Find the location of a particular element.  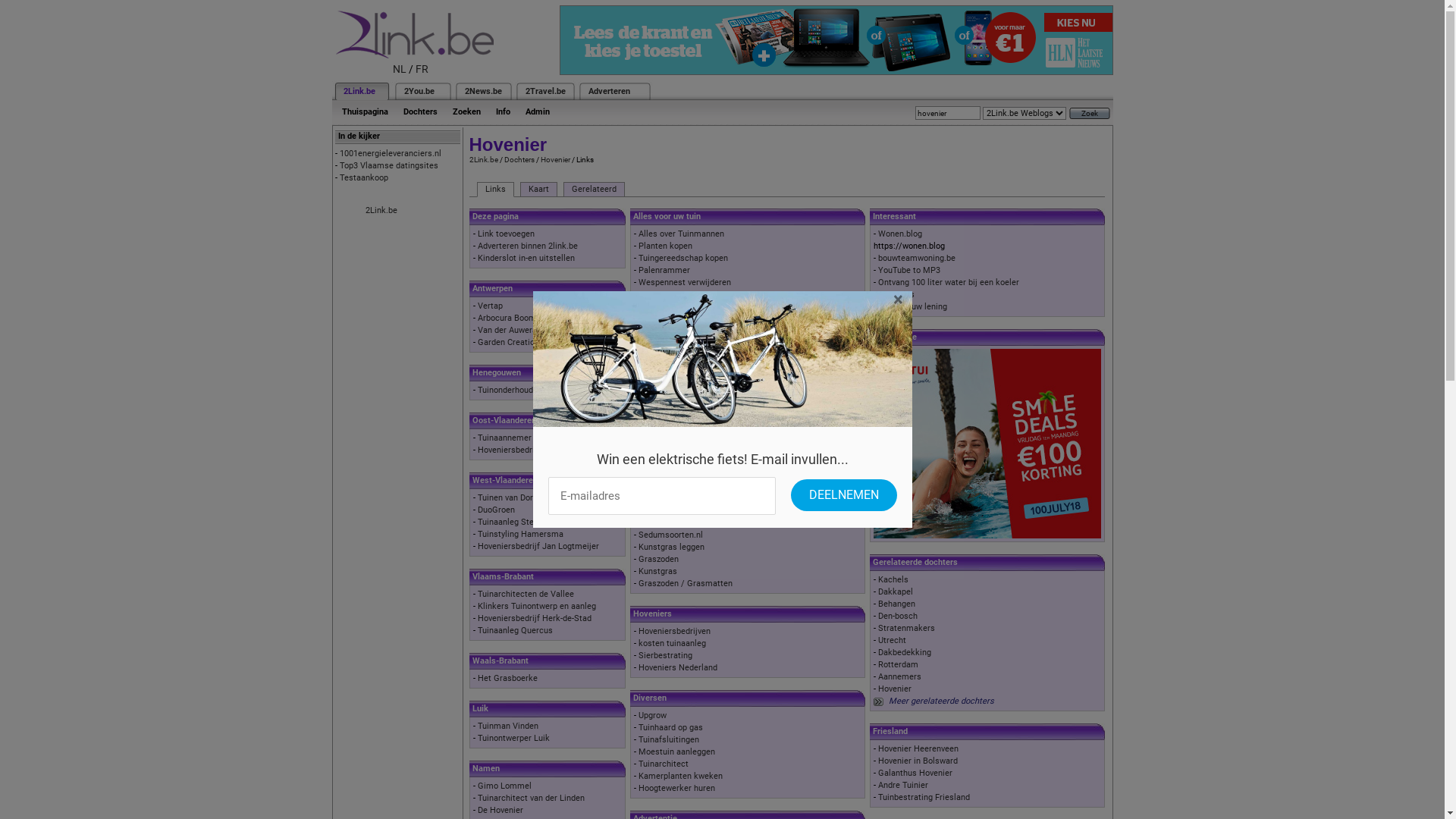

'Dakkapel' is located at coordinates (895, 591).